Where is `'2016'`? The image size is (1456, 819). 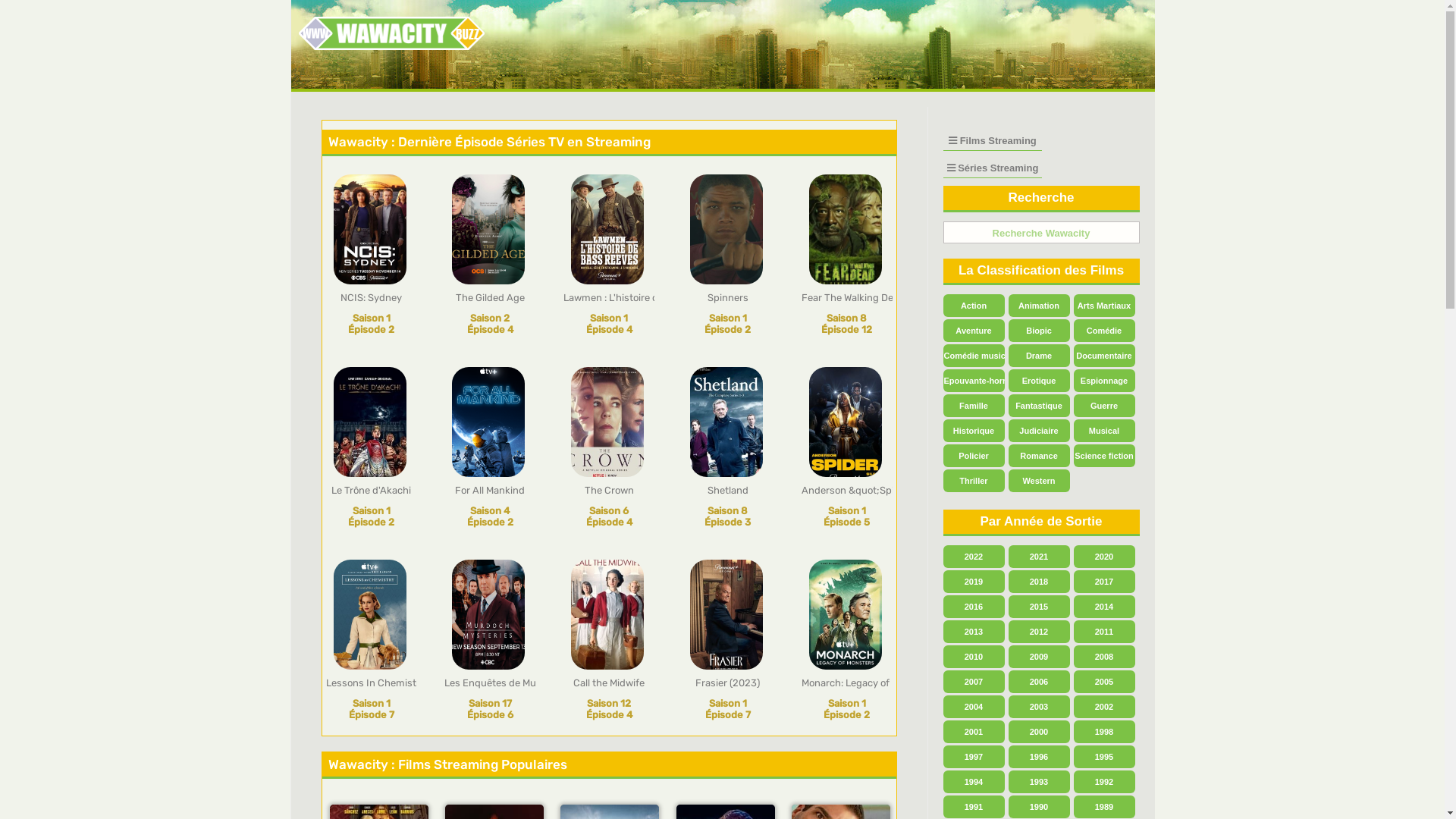 '2016' is located at coordinates (974, 605).